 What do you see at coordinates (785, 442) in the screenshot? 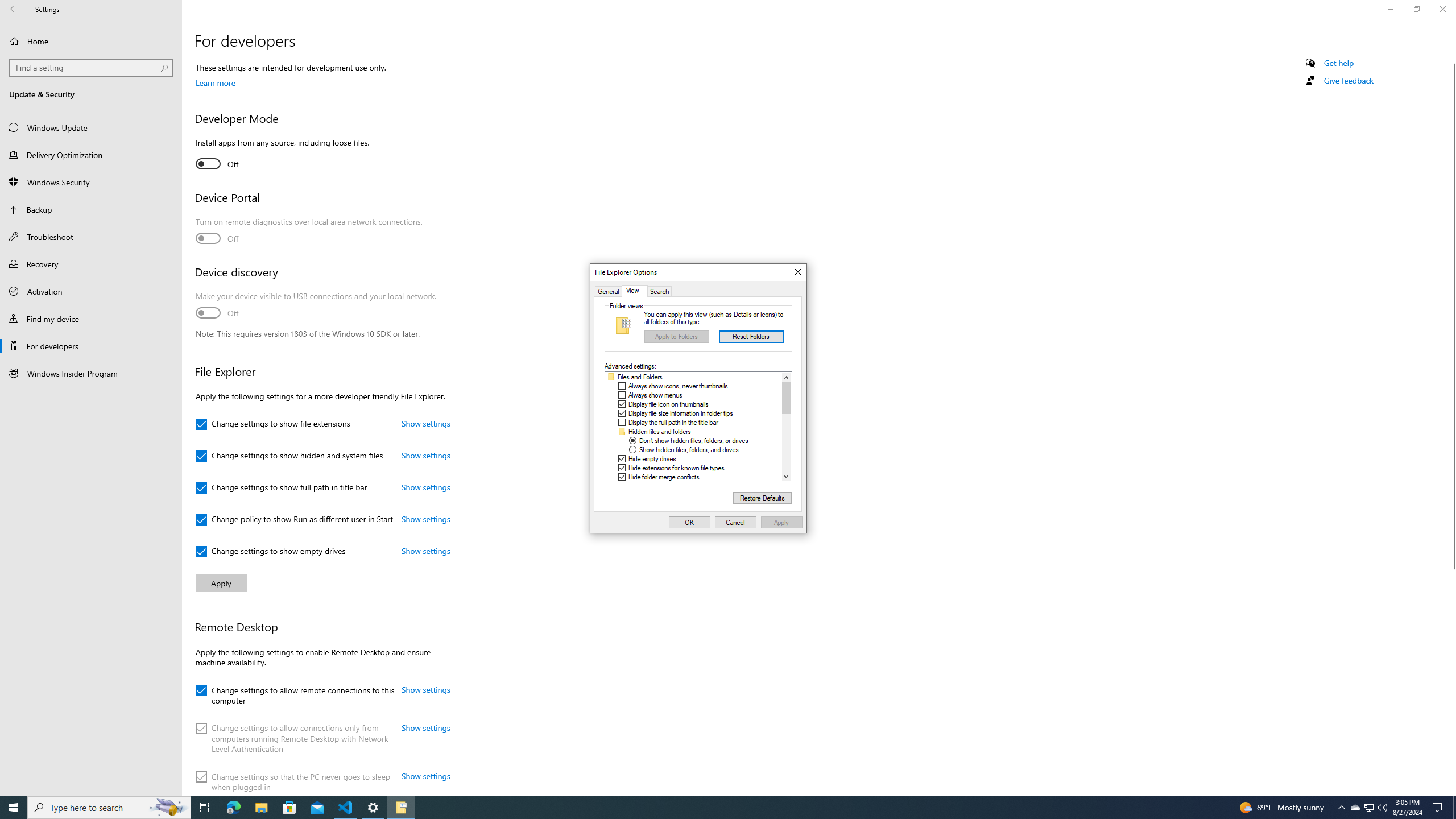
I see `'Page down'` at bounding box center [785, 442].